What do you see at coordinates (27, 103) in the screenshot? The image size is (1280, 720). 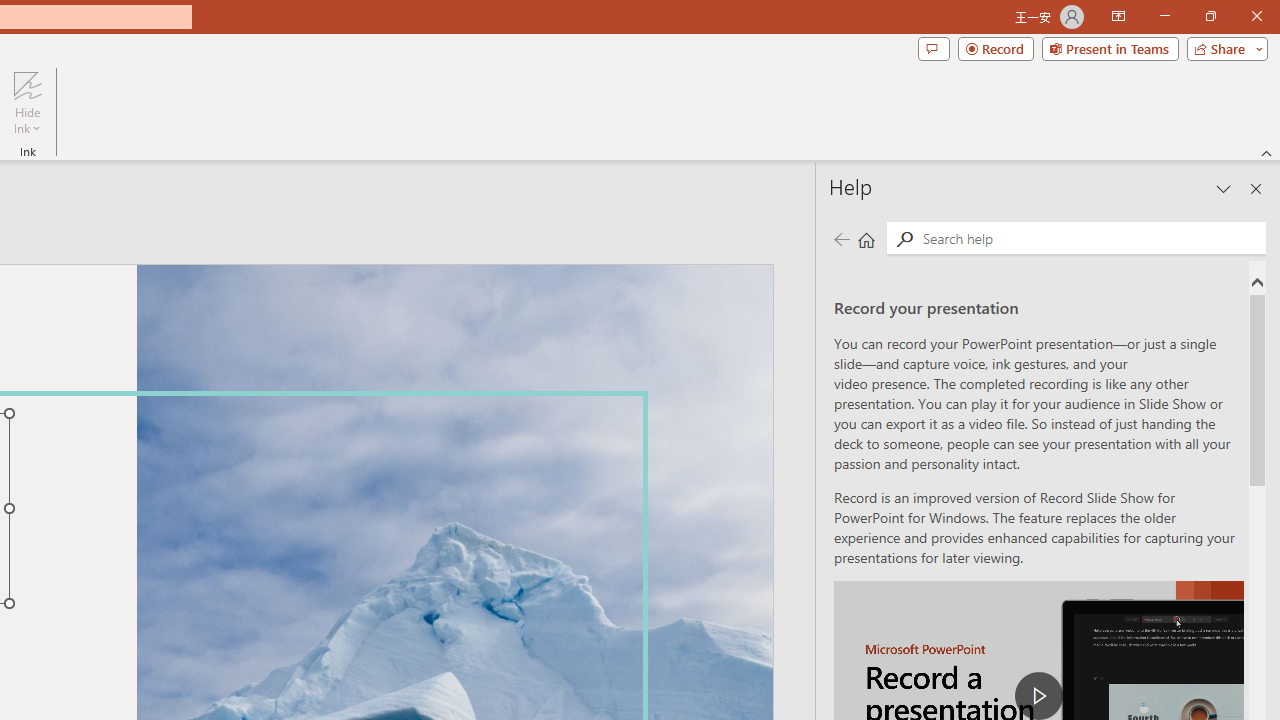 I see `'Hide Ink'` at bounding box center [27, 103].